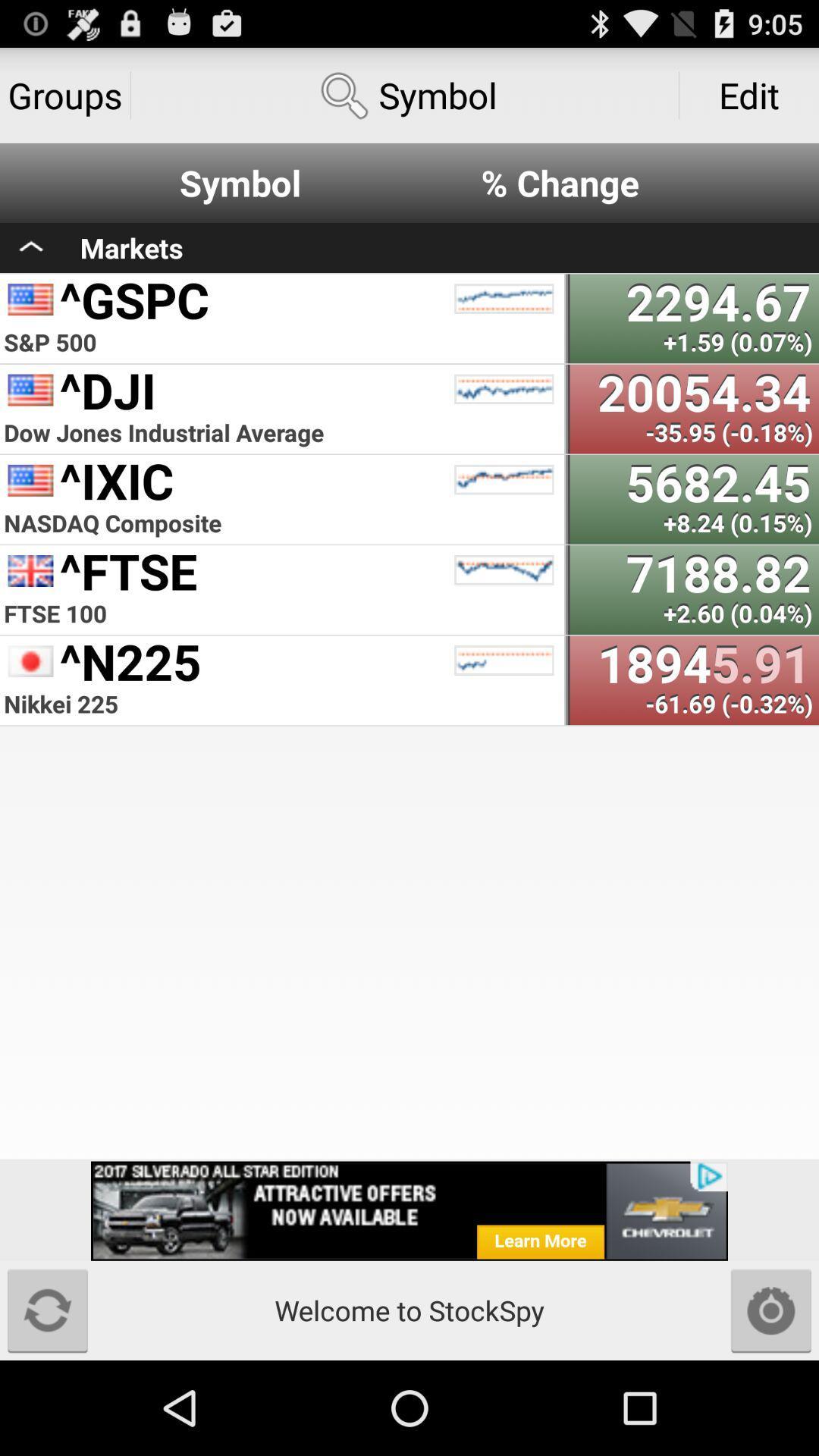 The width and height of the screenshot is (819, 1456). Describe the element at coordinates (46, 1310) in the screenshot. I see `refresh the page button` at that location.